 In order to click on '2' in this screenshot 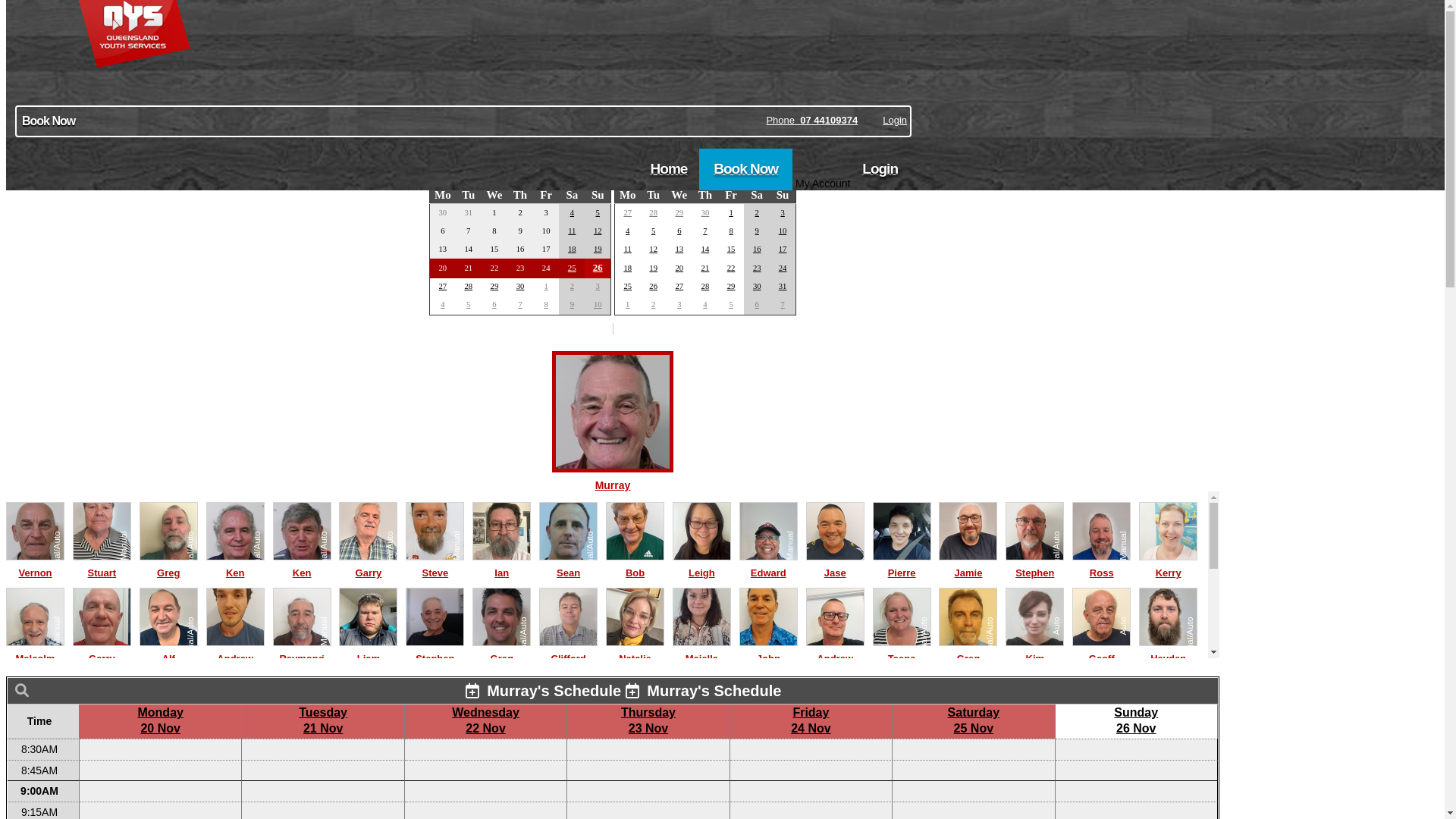, I will do `click(570, 286)`.